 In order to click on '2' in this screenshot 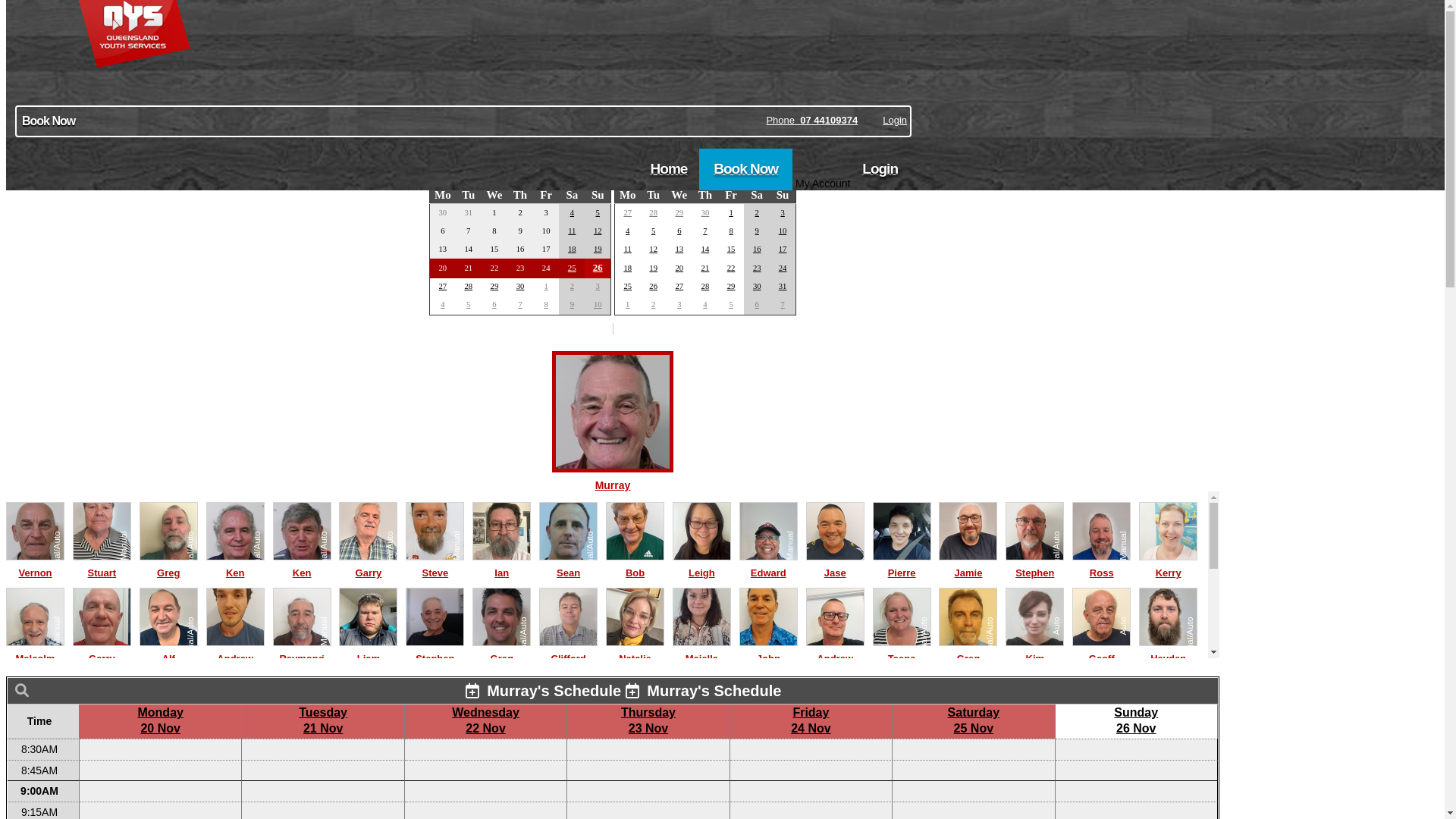, I will do `click(570, 286)`.